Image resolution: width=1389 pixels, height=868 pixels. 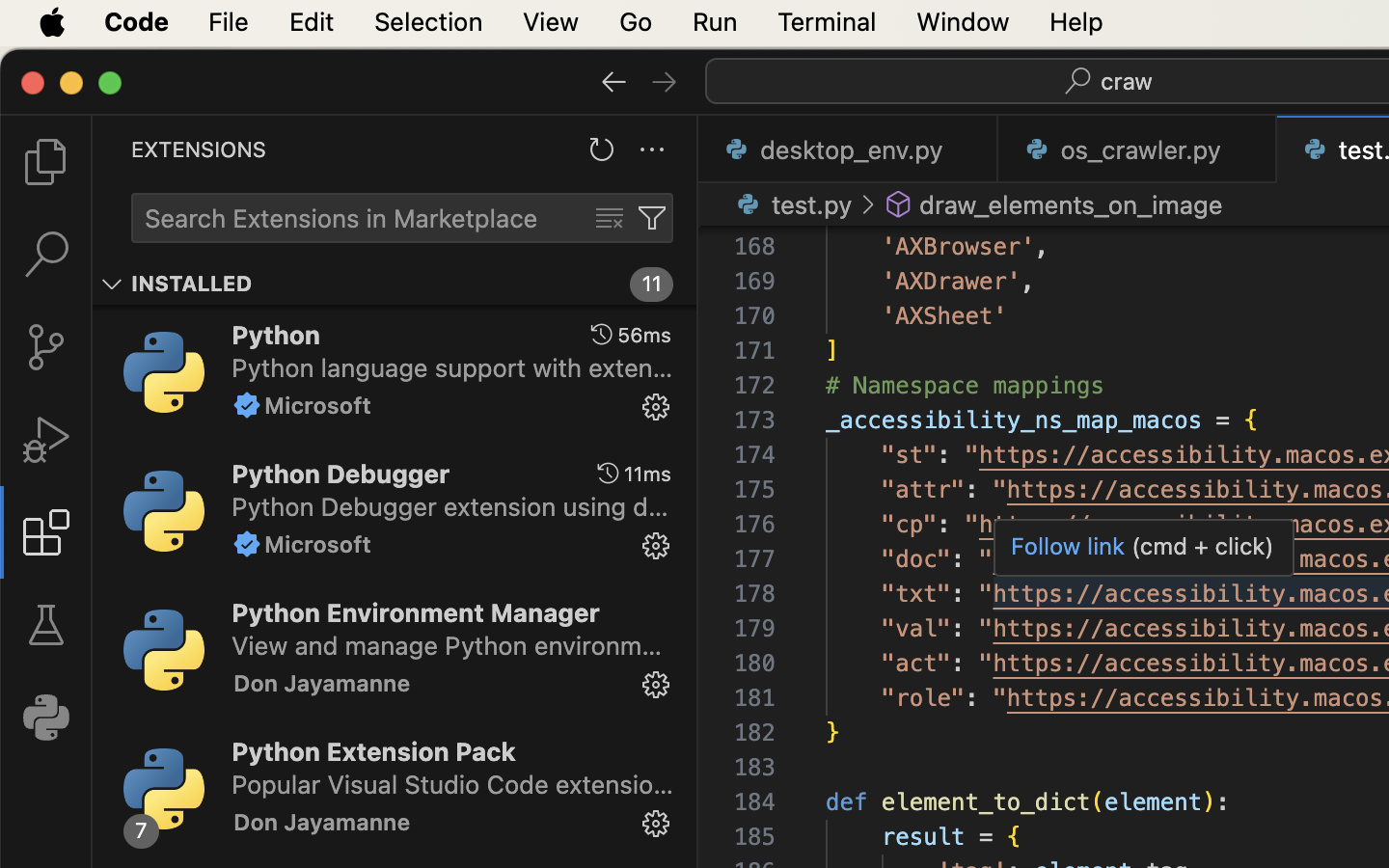 I want to click on 'Python Debugger extension using debugpy.', so click(x=449, y=504).